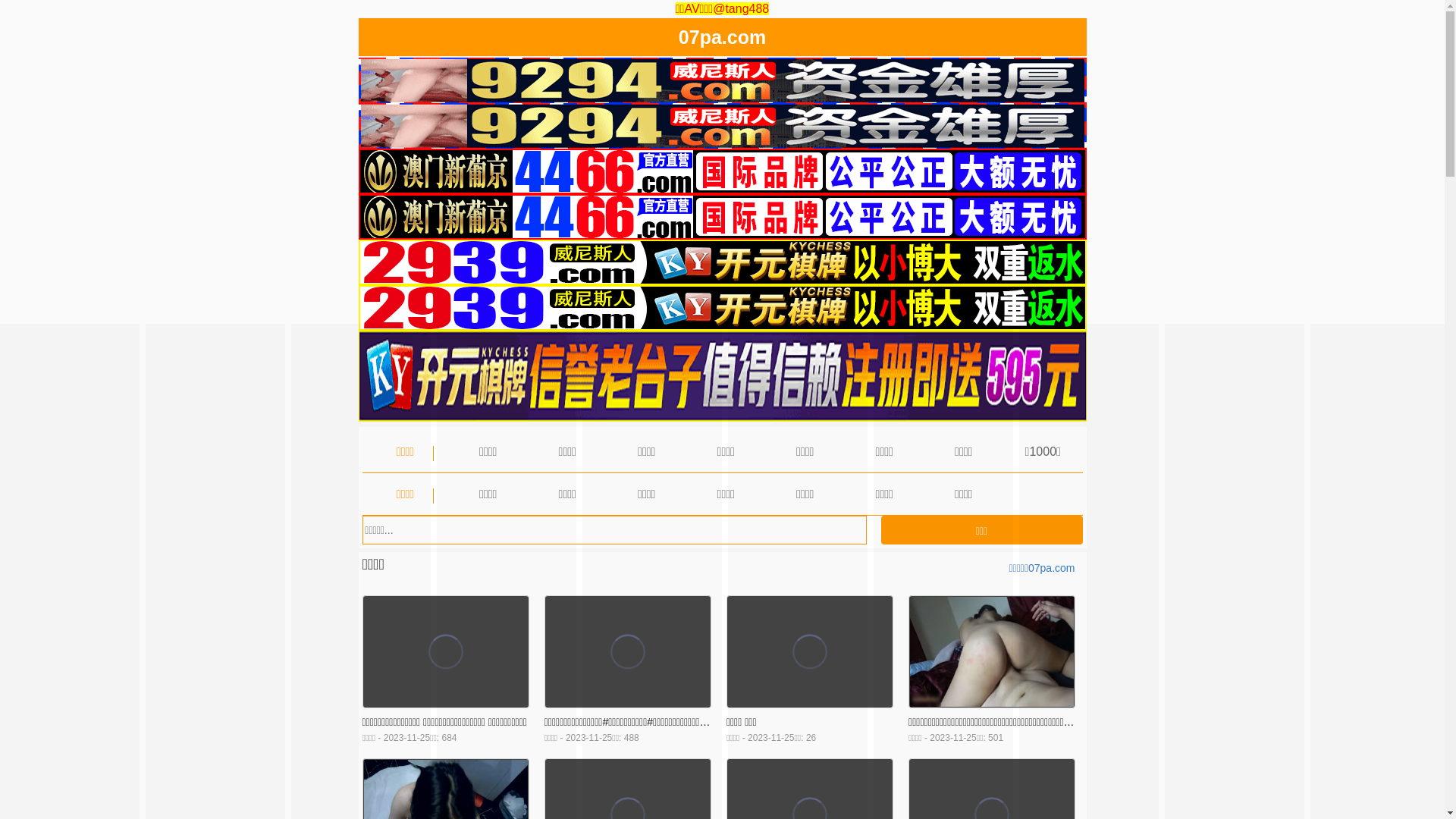 Image resolution: width=1456 pixels, height=819 pixels. I want to click on '07pa.com', so click(721, 39).